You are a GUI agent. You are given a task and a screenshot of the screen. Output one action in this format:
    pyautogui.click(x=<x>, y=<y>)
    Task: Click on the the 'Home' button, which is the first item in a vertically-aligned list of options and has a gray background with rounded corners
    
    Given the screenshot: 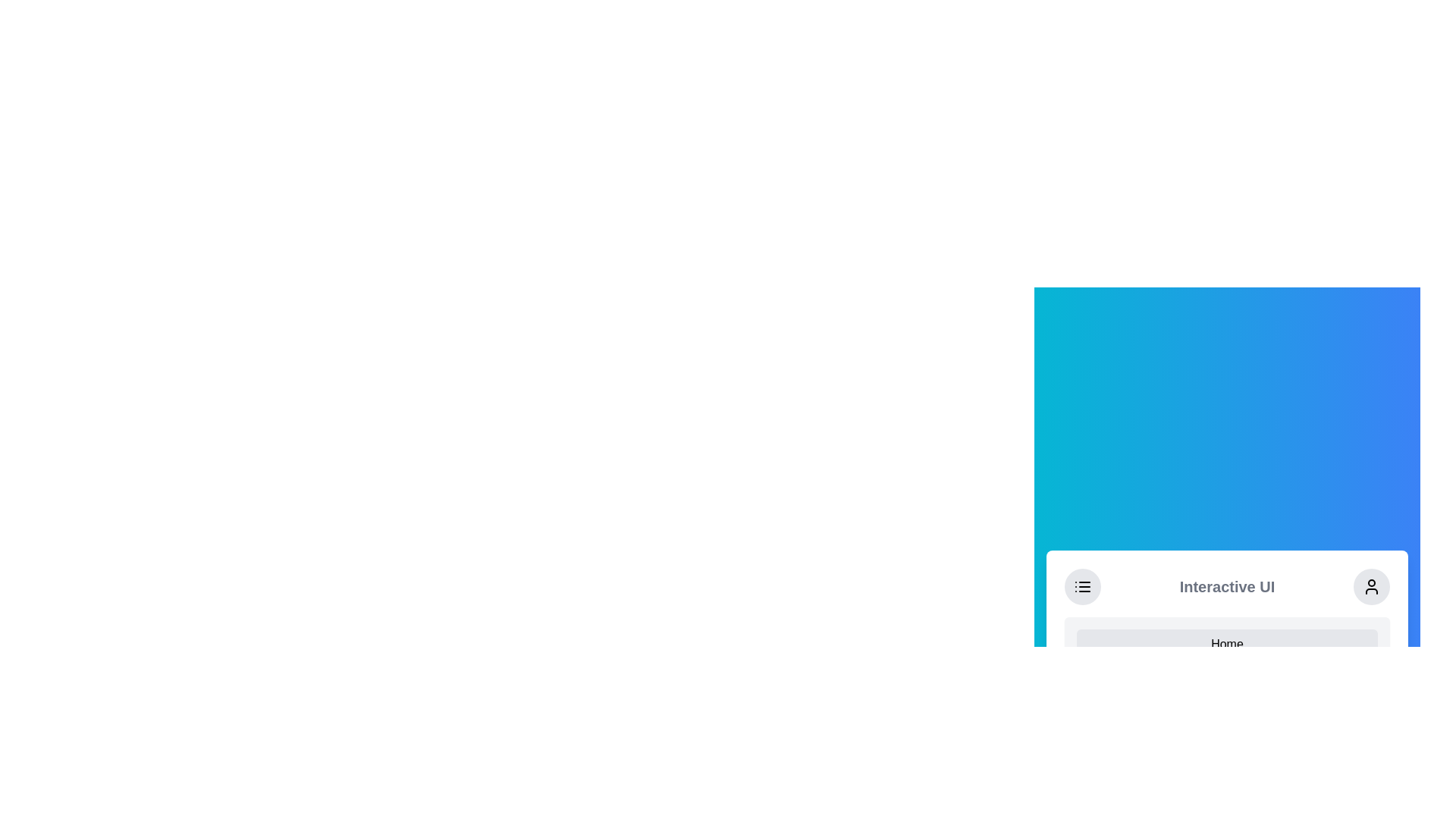 What is the action you would take?
    pyautogui.click(x=1227, y=644)
    